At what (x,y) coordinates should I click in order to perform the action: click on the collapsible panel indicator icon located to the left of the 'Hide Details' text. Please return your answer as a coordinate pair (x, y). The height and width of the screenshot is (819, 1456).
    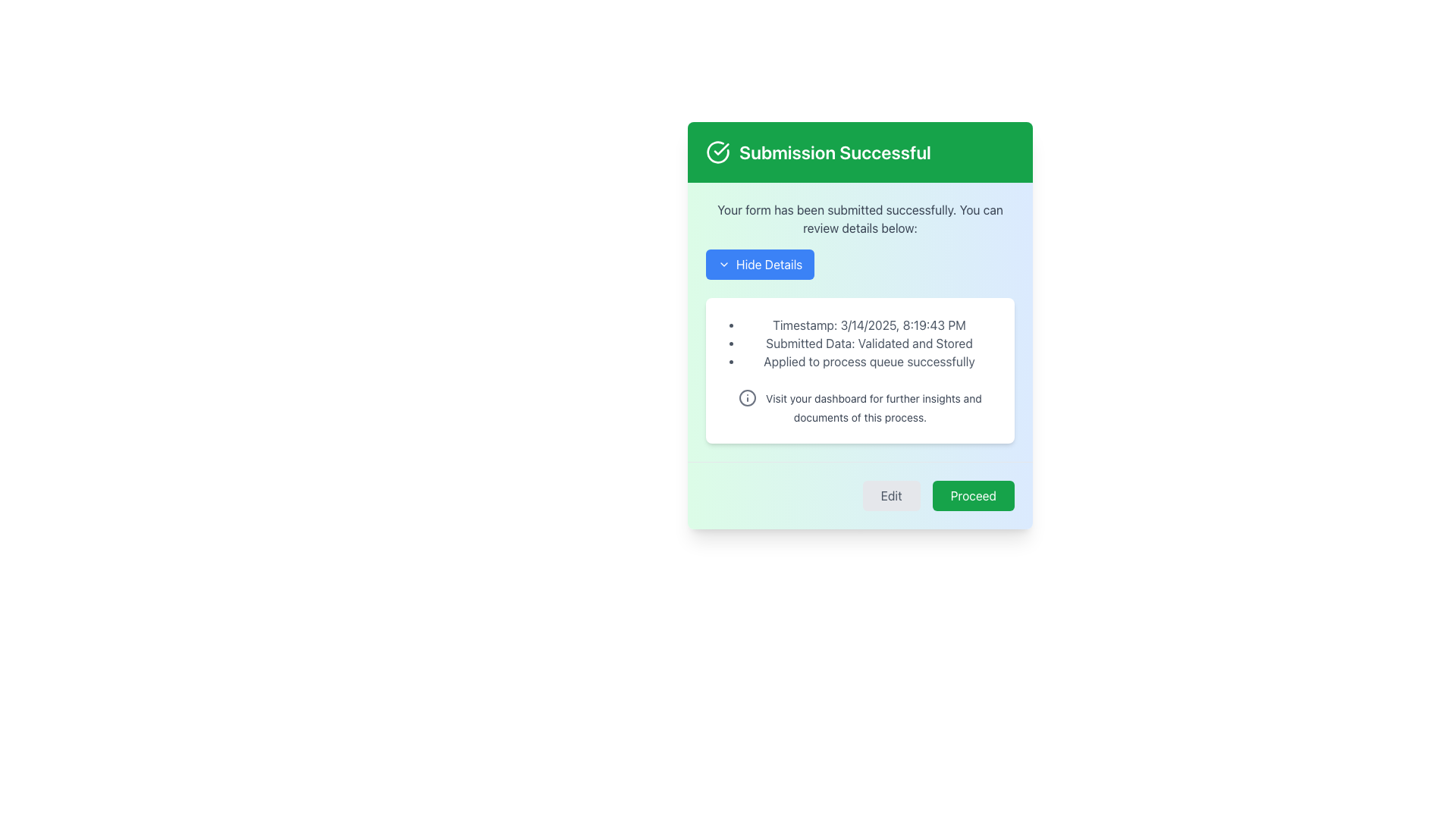
    Looking at the image, I should click on (723, 263).